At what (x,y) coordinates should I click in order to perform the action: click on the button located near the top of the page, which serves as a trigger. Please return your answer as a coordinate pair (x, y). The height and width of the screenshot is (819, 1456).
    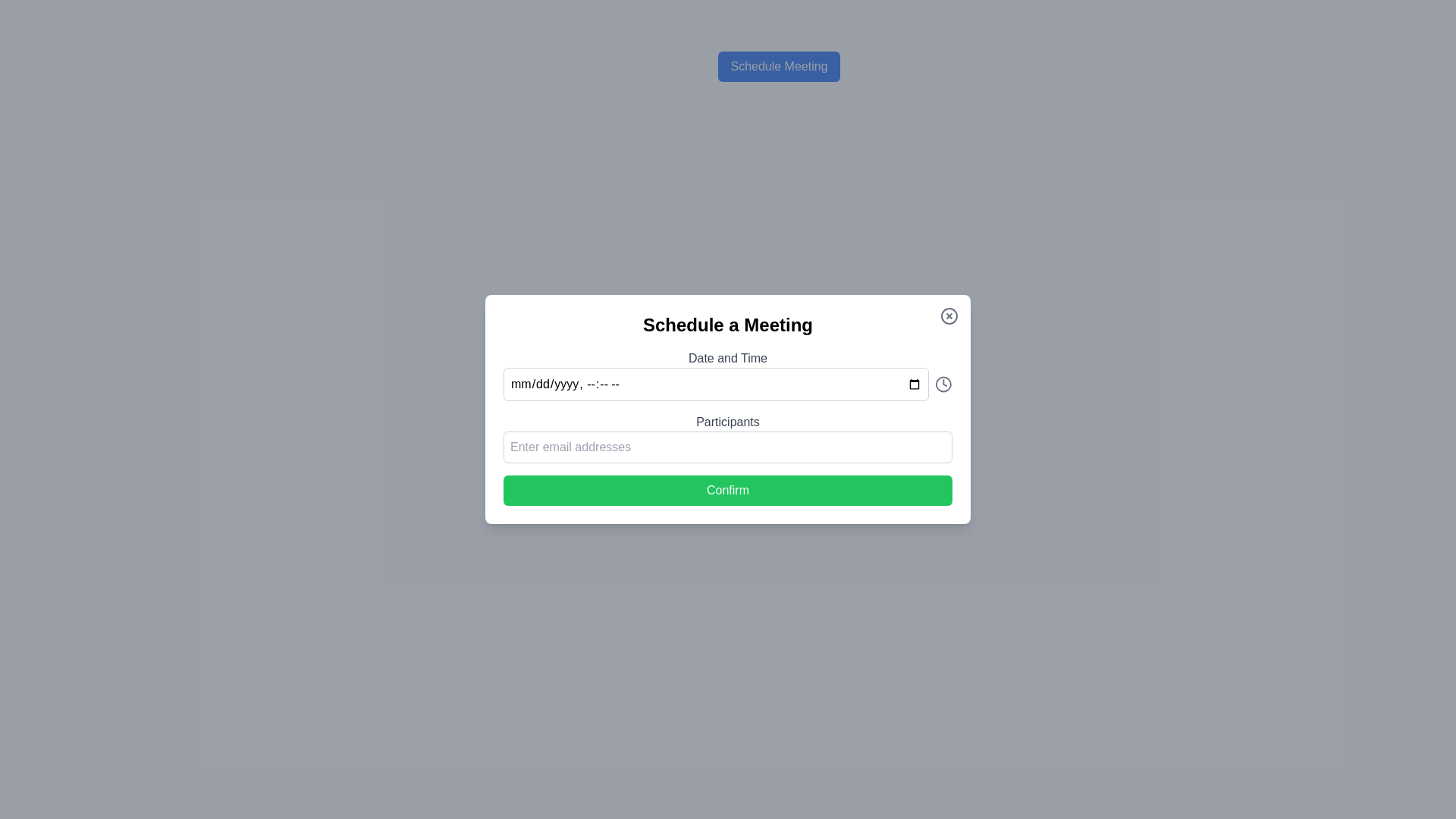
    Looking at the image, I should click on (779, 66).